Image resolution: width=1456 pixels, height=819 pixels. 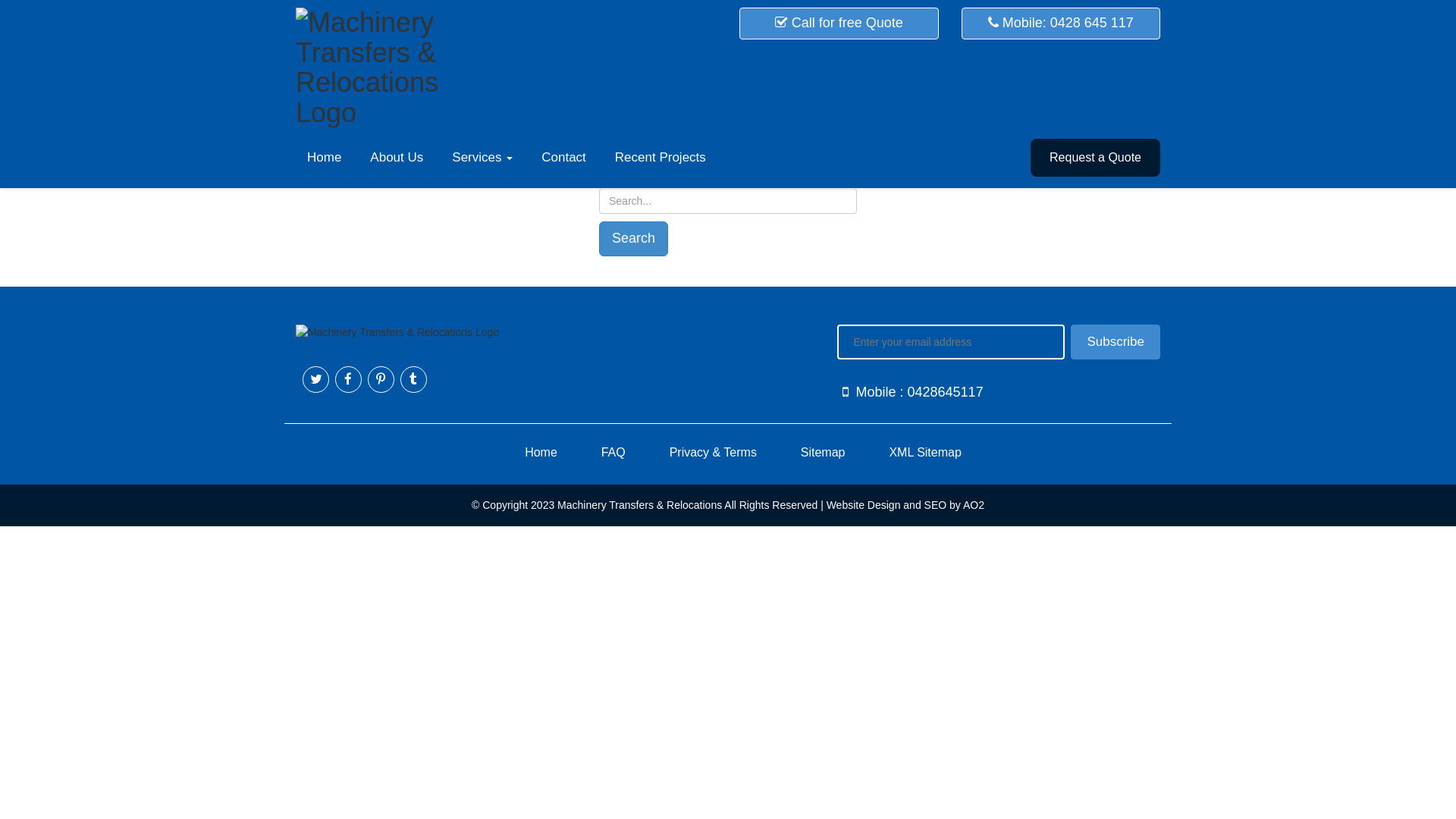 I want to click on 'Privacy & Terms', so click(x=712, y=451).